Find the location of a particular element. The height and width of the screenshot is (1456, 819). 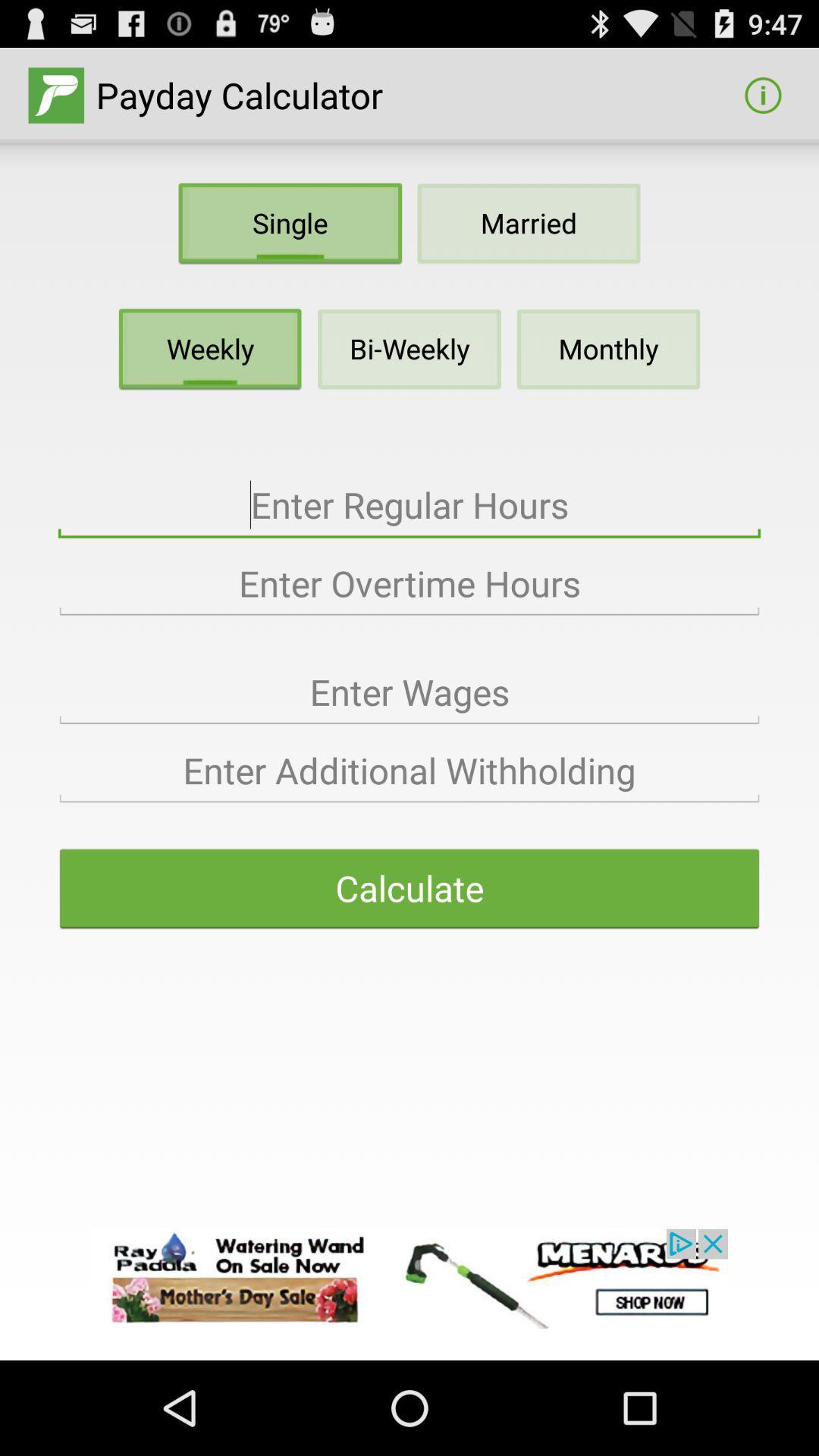

text is located at coordinates (409, 505).